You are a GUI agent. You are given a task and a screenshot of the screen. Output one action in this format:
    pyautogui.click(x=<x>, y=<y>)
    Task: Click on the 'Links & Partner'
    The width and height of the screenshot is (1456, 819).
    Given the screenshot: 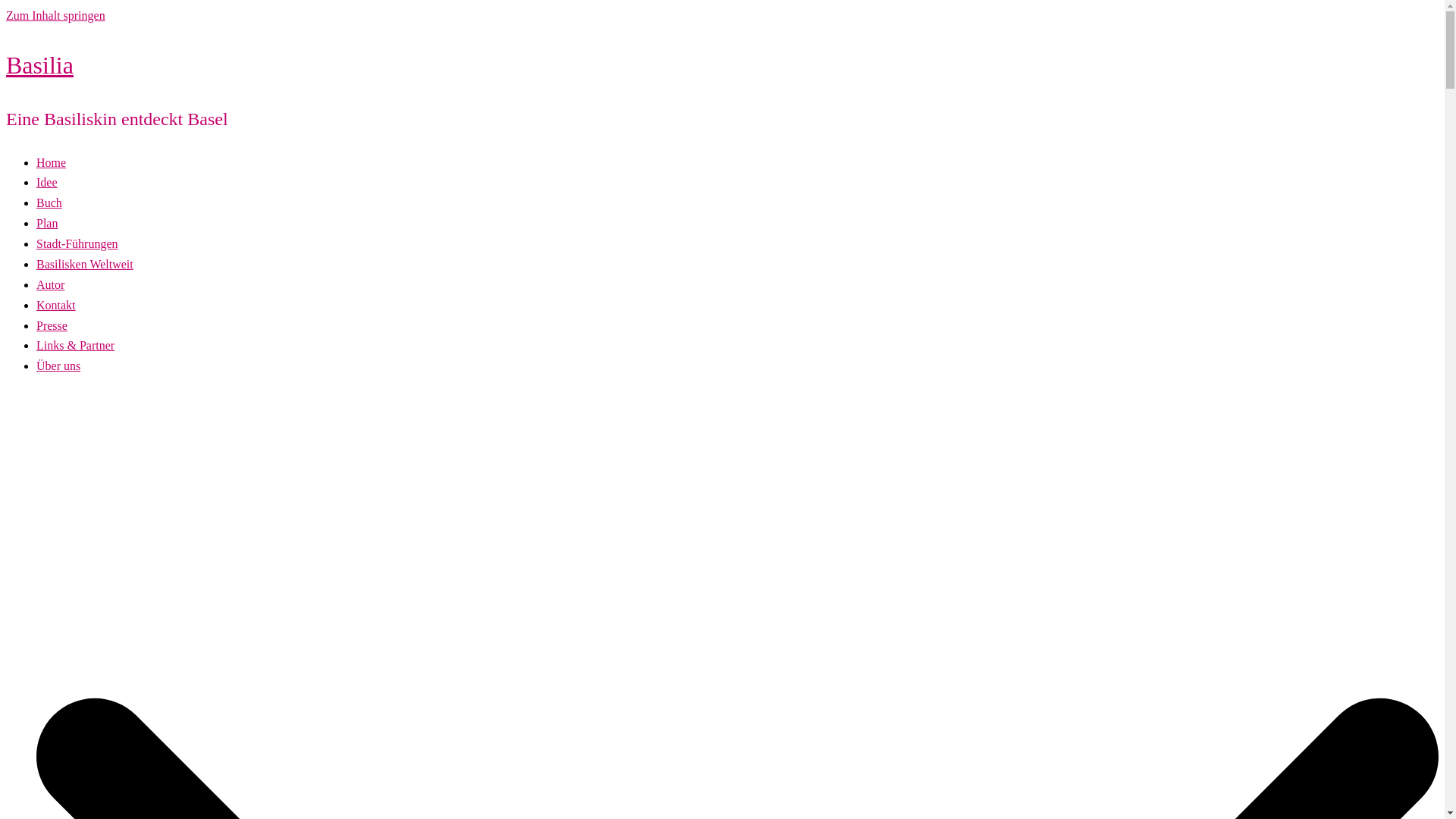 What is the action you would take?
    pyautogui.click(x=36, y=345)
    